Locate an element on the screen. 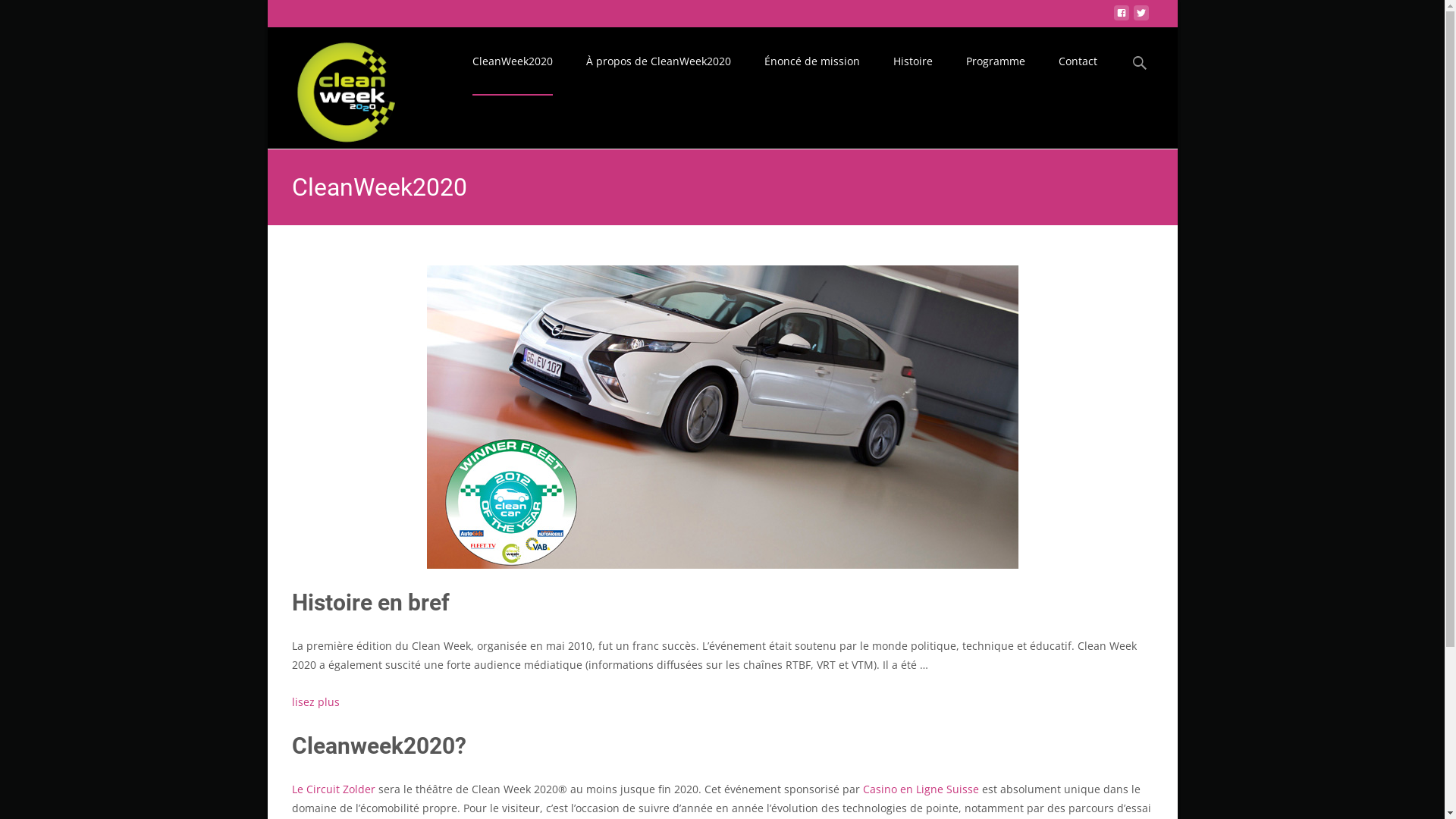  'Histoire' is located at coordinates (912, 61).